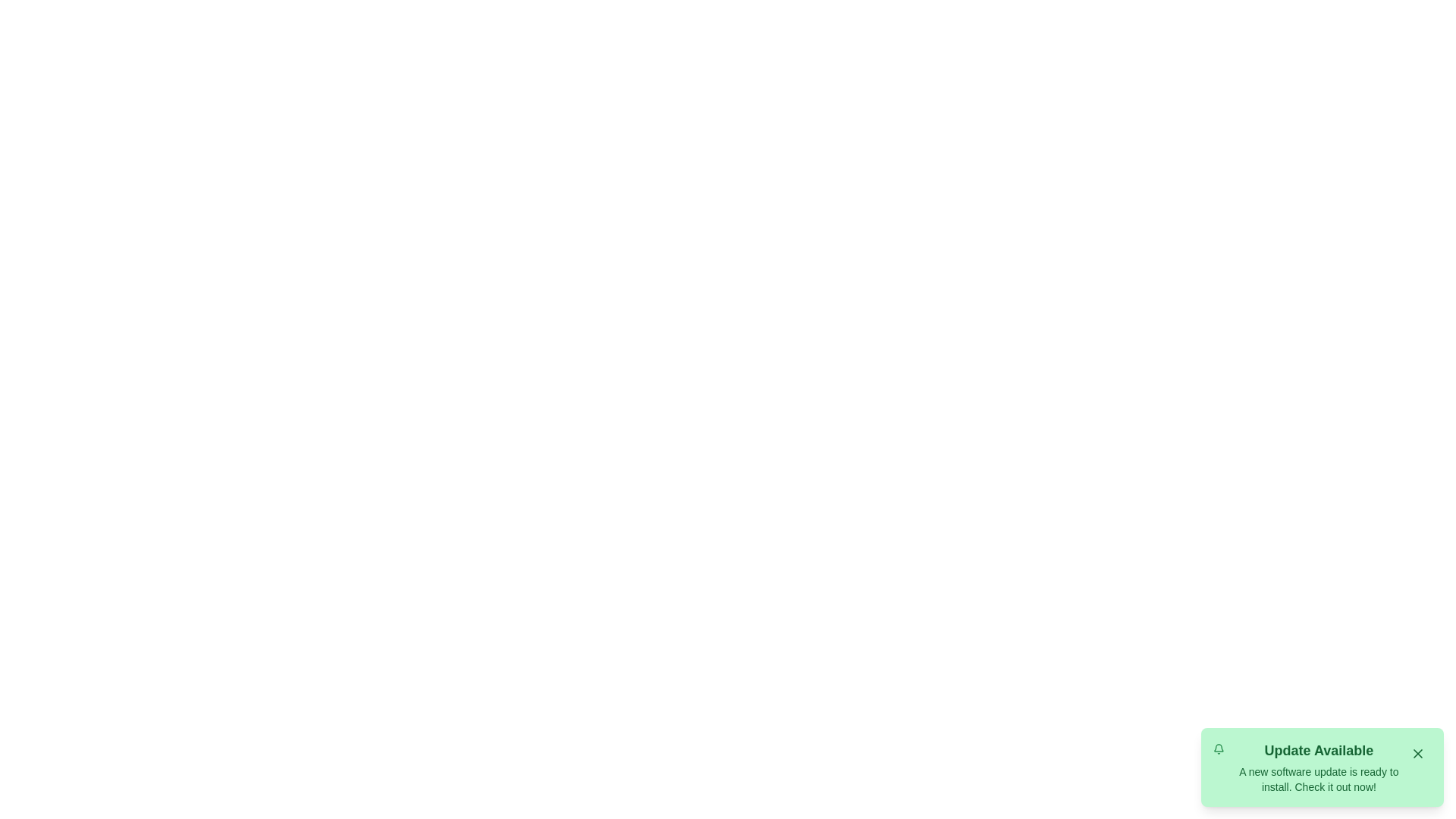 The width and height of the screenshot is (1456, 819). Describe the element at coordinates (1417, 754) in the screenshot. I see `the green cross button in the top-right corner of the light green notification card` at that location.